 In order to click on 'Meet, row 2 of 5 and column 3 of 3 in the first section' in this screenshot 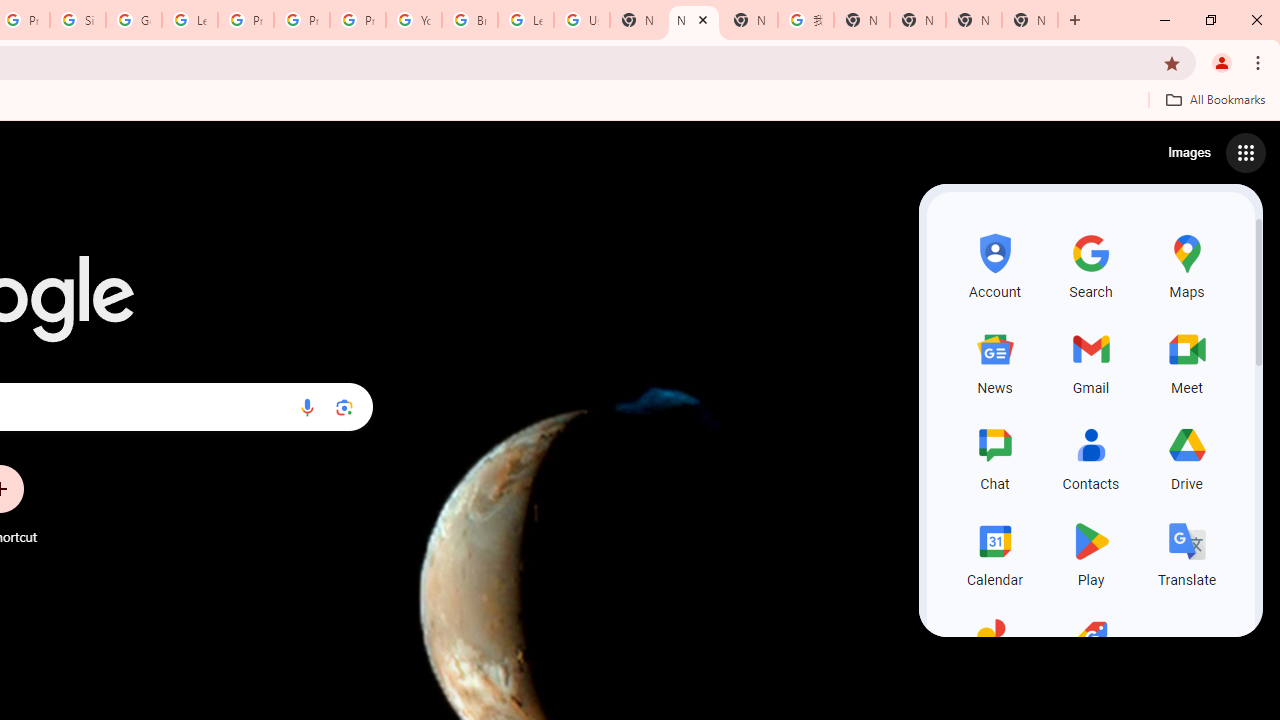, I will do `click(1187, 360)`.